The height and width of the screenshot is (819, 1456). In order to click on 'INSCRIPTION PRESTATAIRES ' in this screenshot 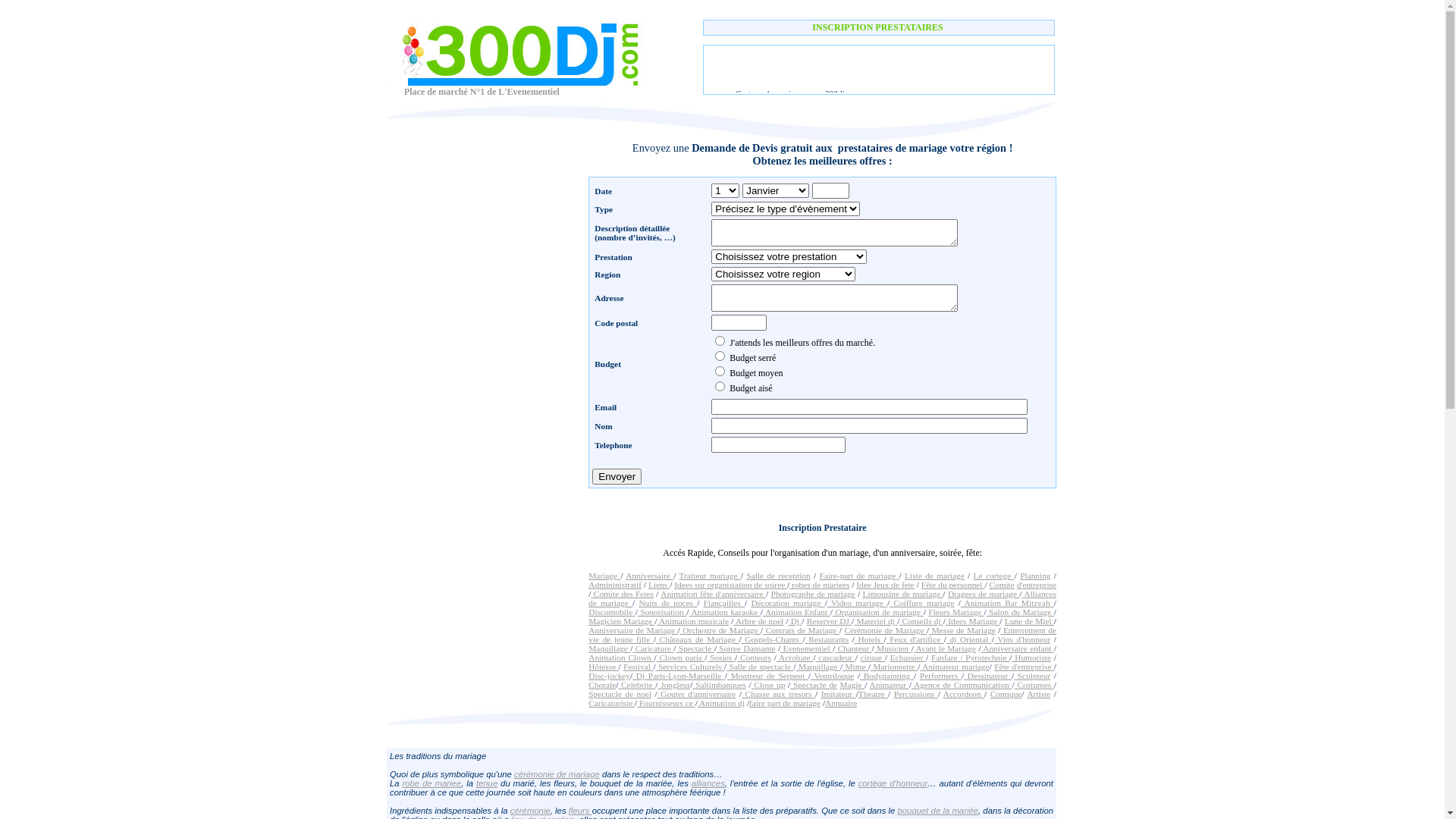, I will do `click(878, 27)`.